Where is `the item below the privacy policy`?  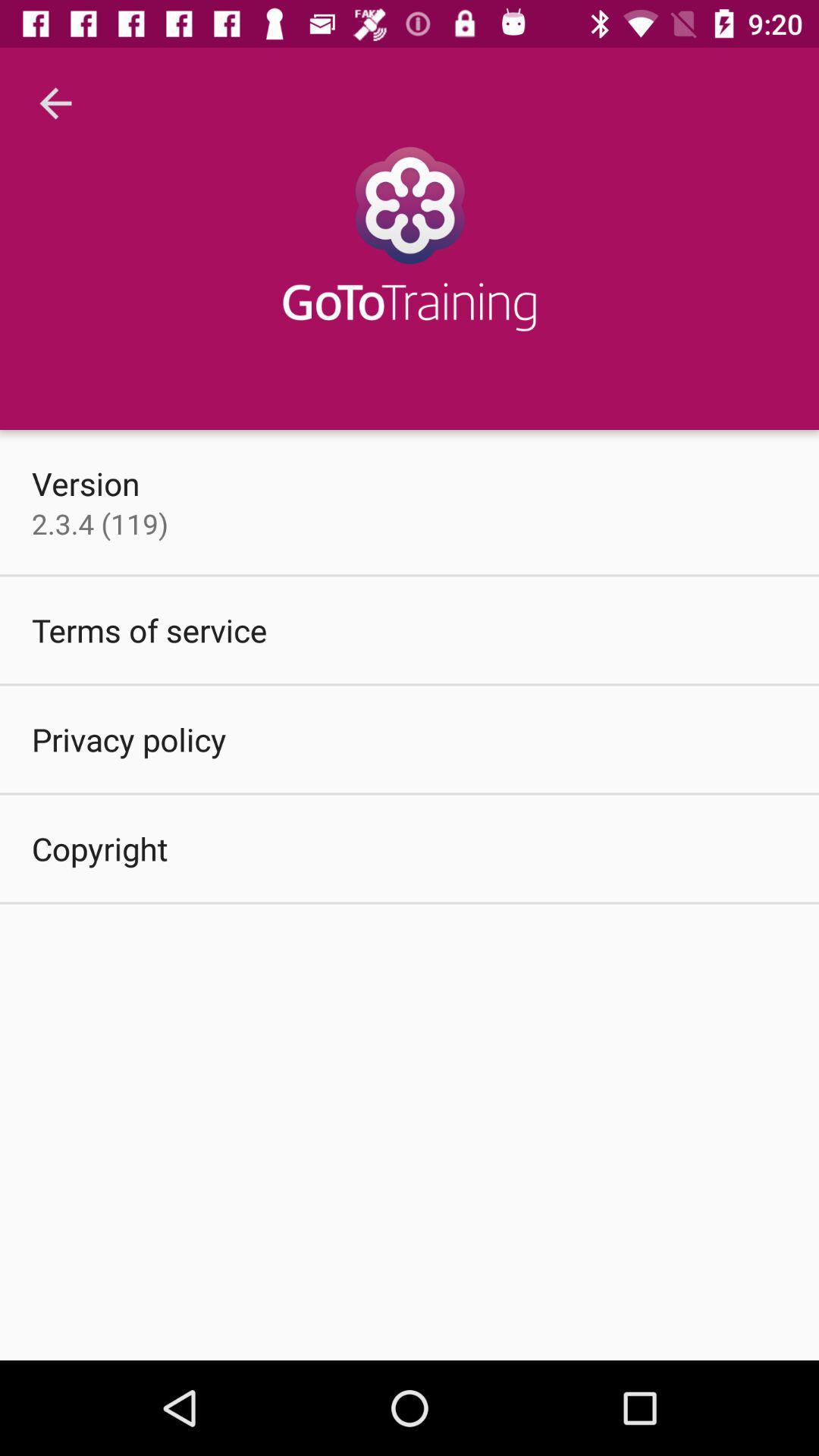 the item below the privacy policy is located at coordinates (99, 847).